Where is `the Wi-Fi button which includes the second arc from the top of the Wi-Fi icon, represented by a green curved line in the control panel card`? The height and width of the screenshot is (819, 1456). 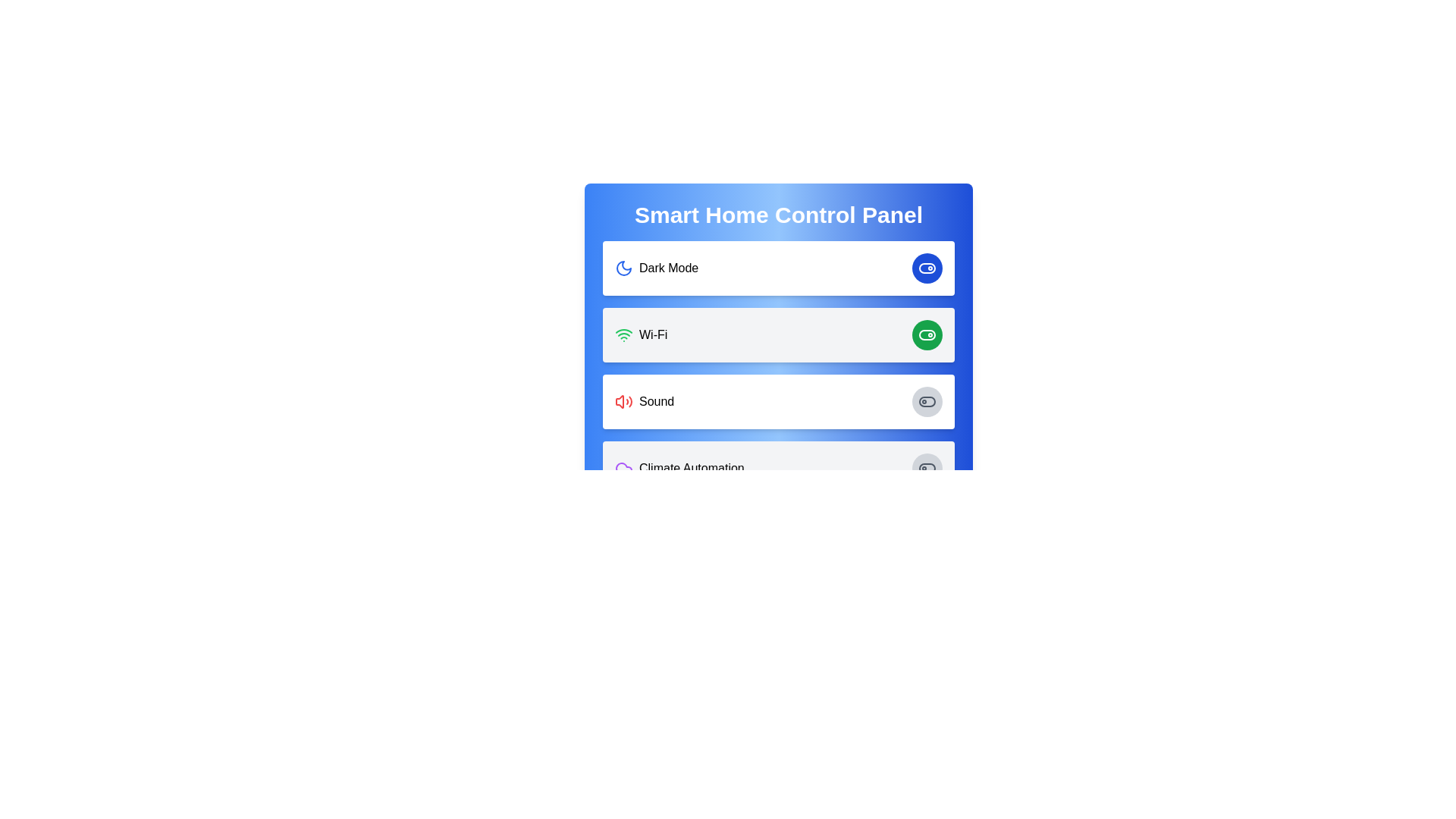 the Wi-Fi button which includes the second arc from the top of the Wi-Fi icon, represented by a green curved line in the control panel card is located at coordinates (623, 329).